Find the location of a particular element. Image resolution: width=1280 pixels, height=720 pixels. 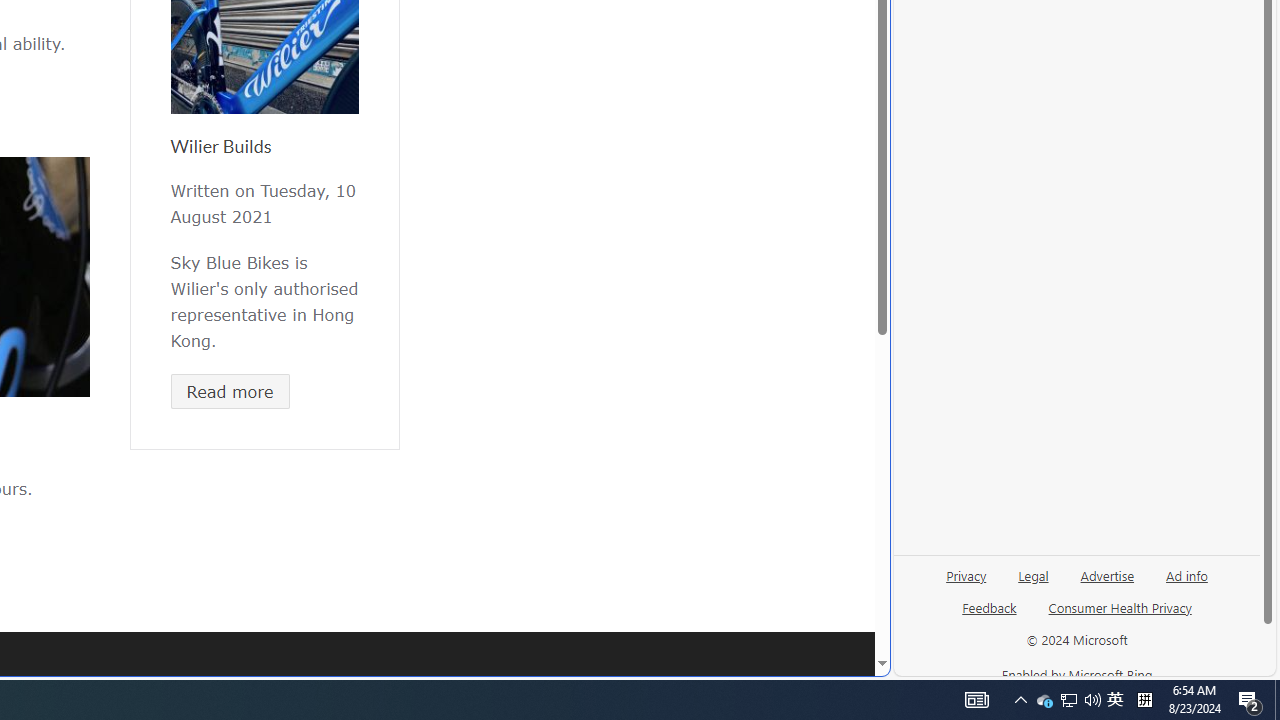

'Read more' is located at coordinates (230, 391).